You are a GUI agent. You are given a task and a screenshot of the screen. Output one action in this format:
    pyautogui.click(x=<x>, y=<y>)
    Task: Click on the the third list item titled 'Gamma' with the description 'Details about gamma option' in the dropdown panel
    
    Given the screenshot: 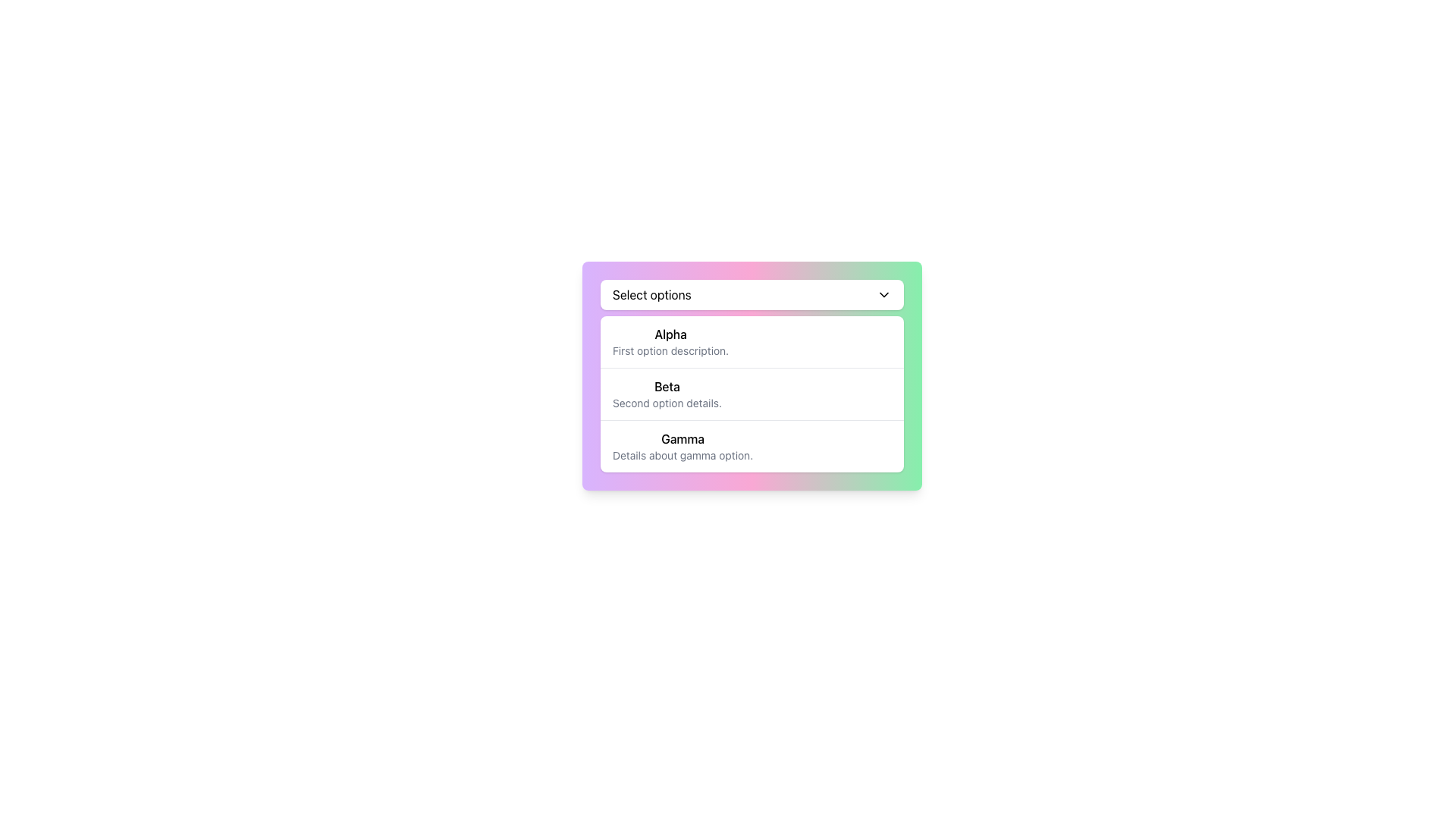 What is the action you would take?
    pyautogui.click(x=682, y=446)
    